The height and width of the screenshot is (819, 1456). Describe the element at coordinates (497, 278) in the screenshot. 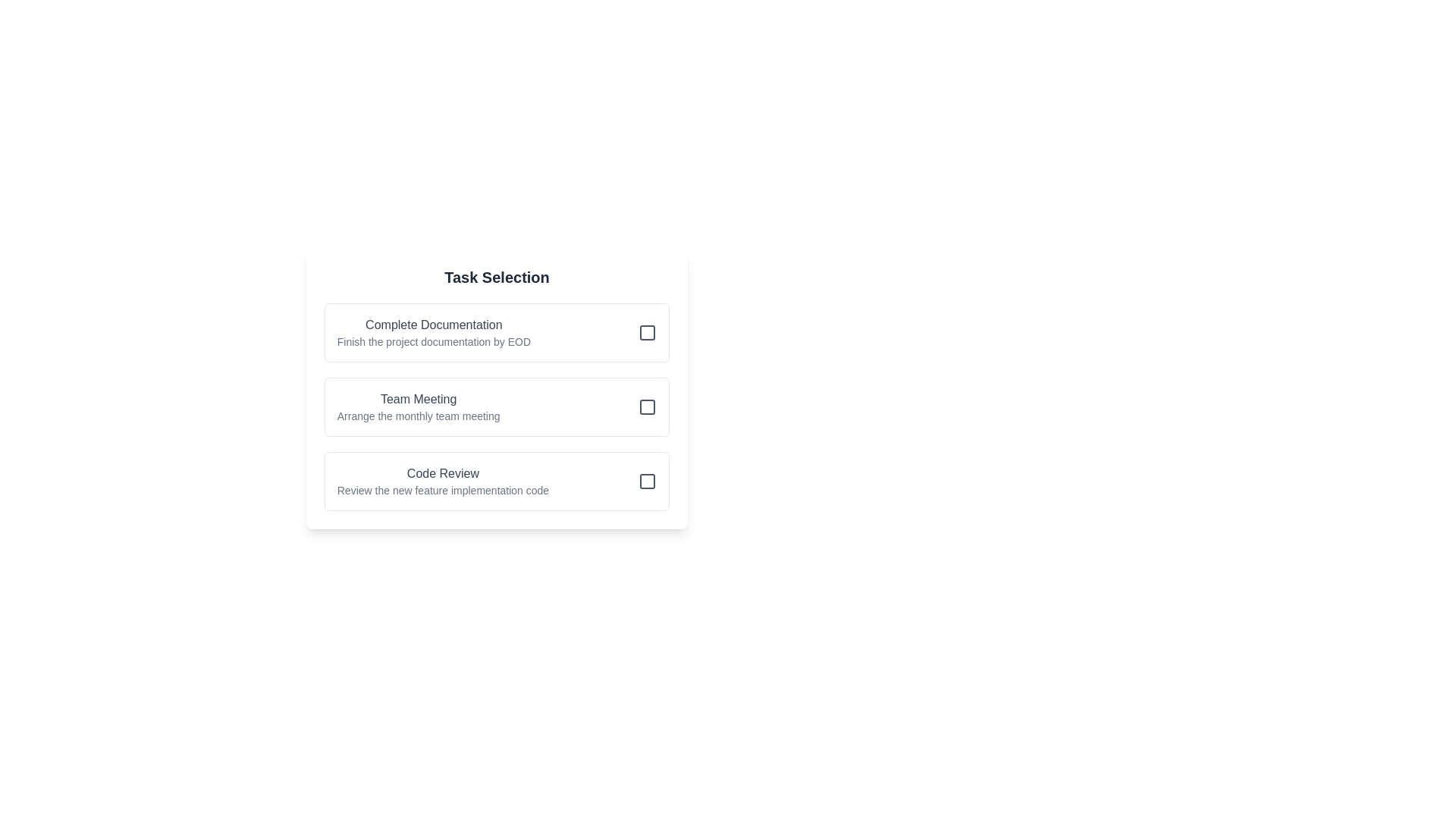

I see `the 'Task Selection' text header, which is a prominent title located at the top of a white panel within a card layout` at that location.